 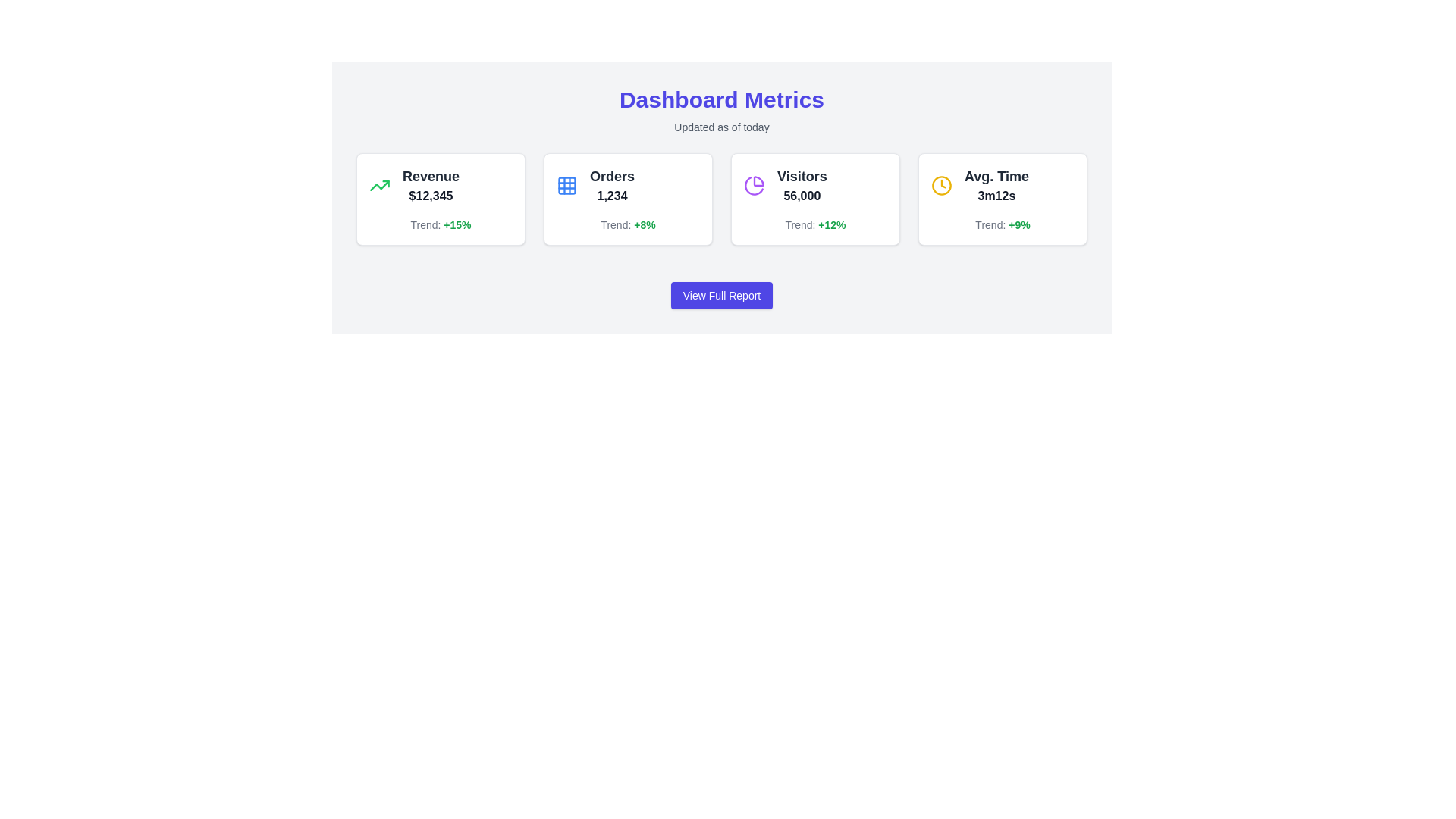 What do you see at coordinates (379, 185) in the screenshot?
I see `the graphical icon component representing an upward trend in the 'Revenue' card located in the upper left corner` at bounding box center [379, 185].